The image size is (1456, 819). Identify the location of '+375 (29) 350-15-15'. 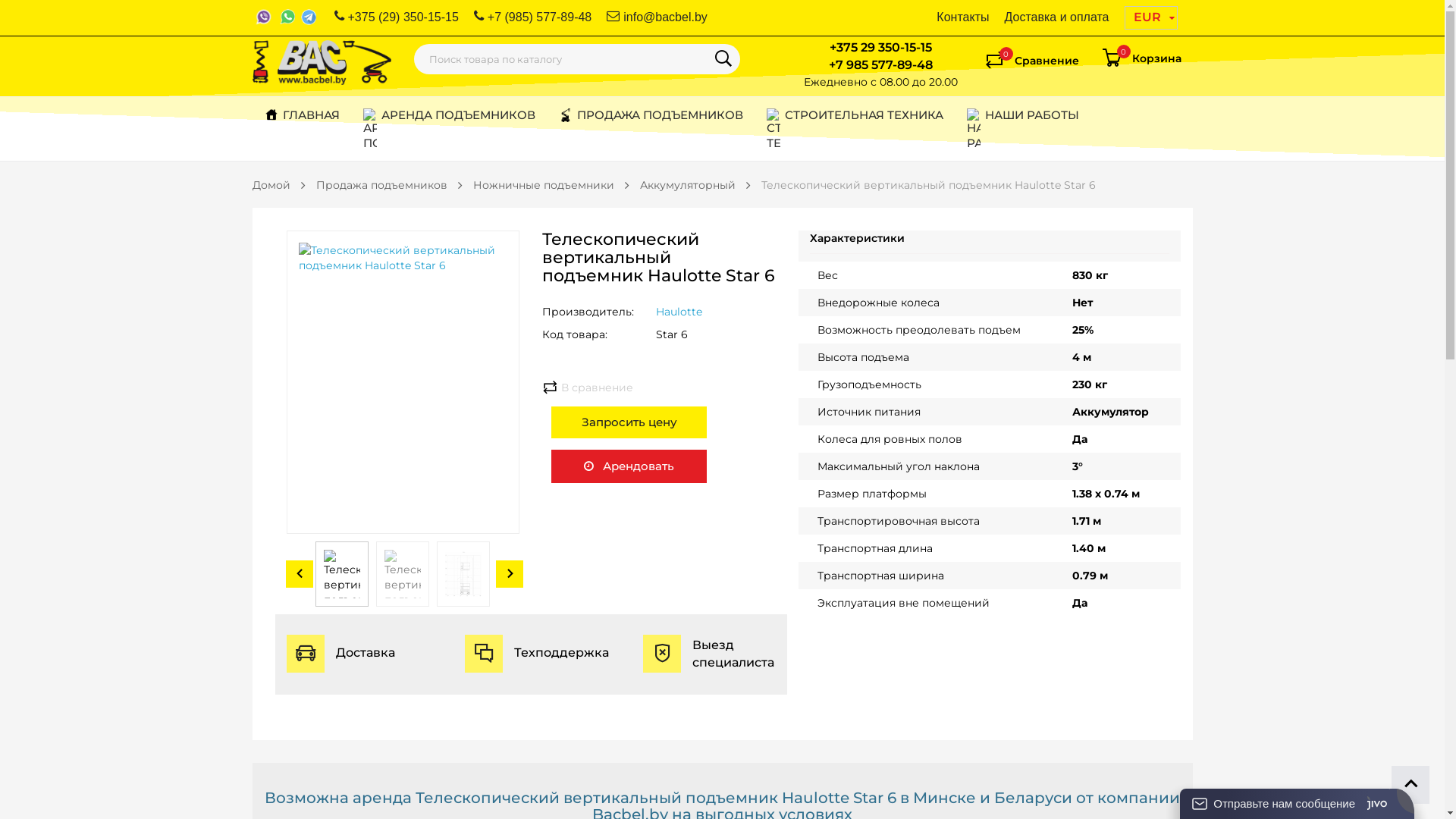
(396, 17).